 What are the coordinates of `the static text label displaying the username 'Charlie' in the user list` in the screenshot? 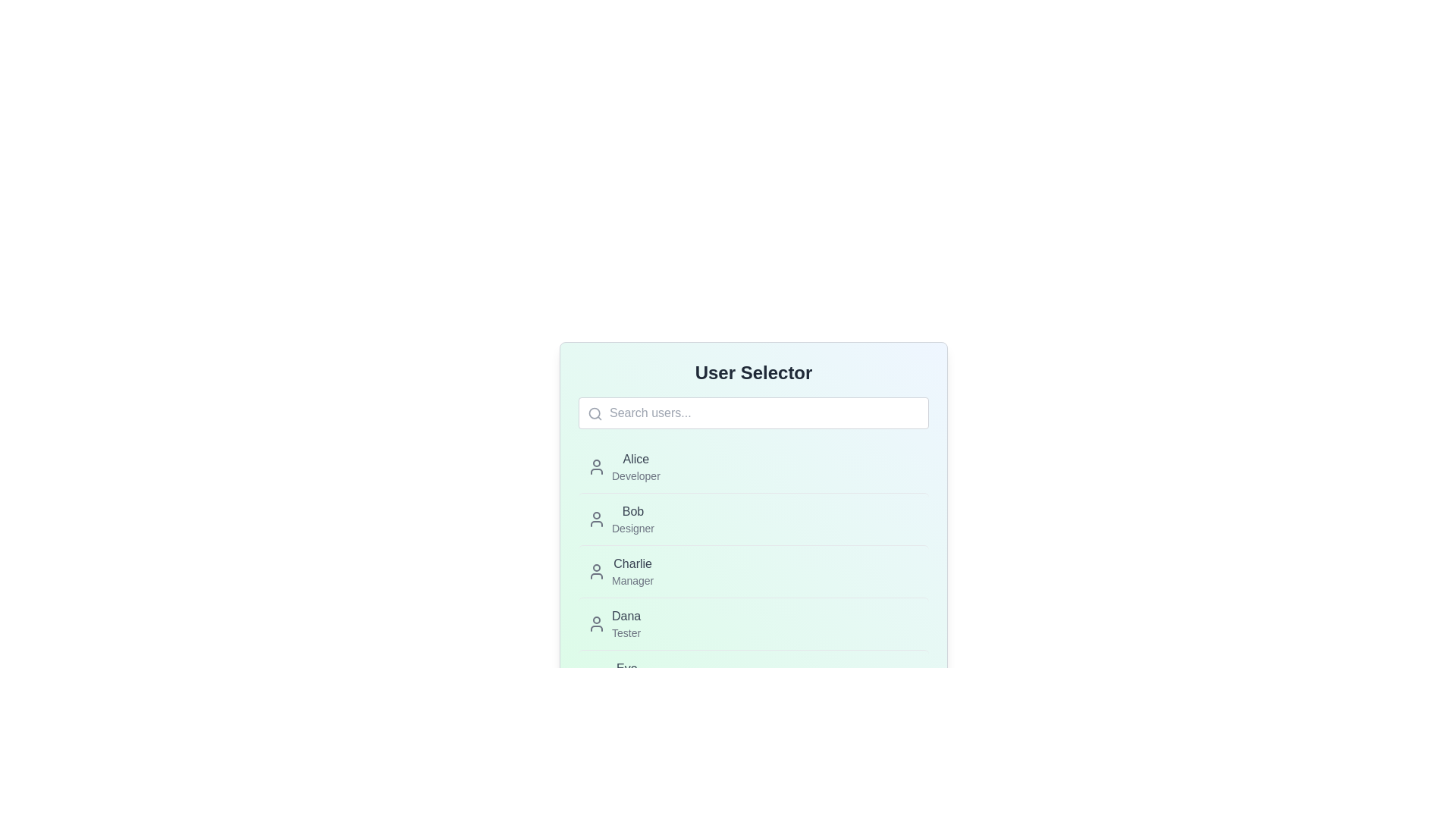 It's located at (632, 564).